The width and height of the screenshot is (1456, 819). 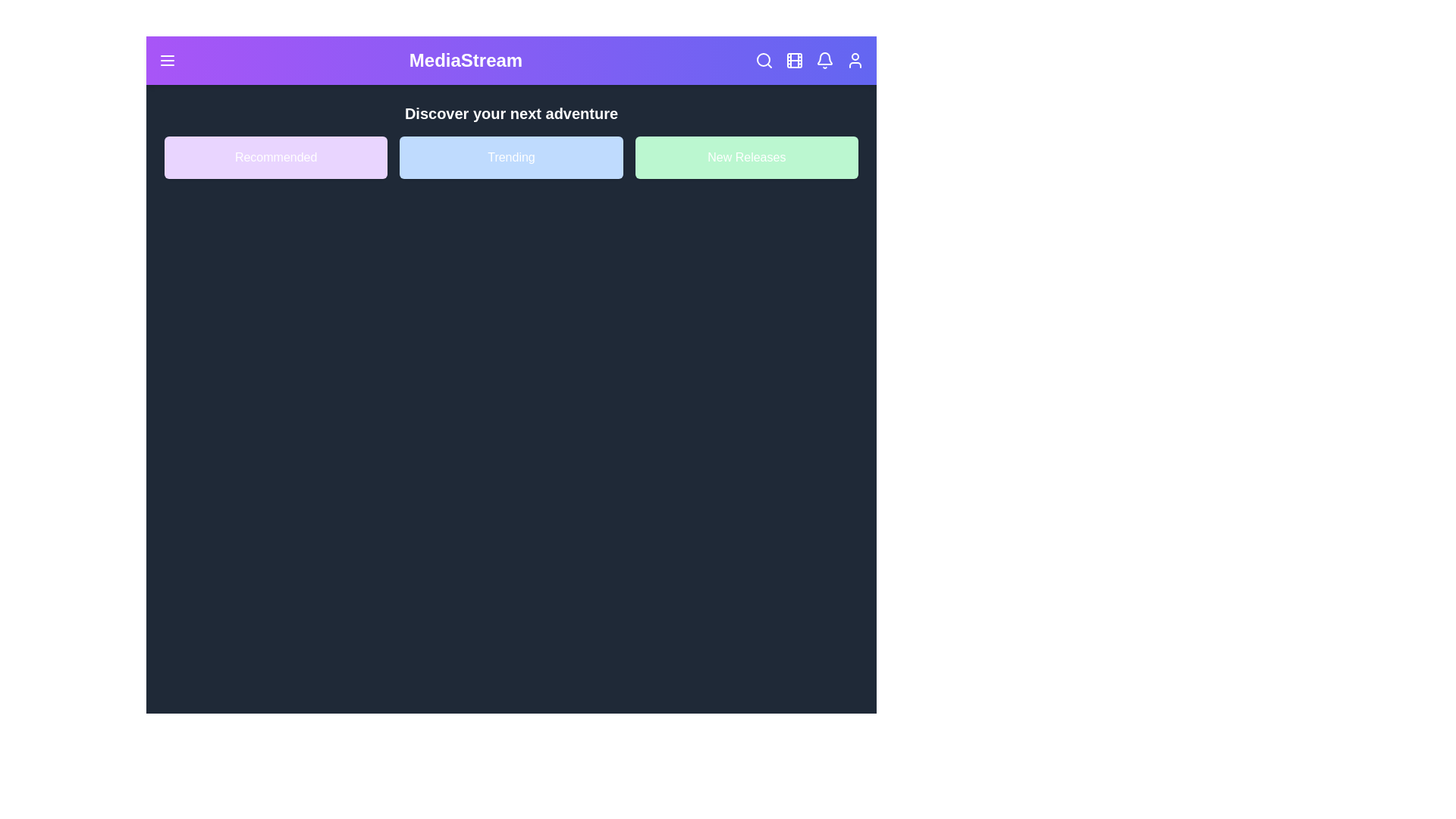 I want to click on the user icon to access user options, so click(x=855, y=60).